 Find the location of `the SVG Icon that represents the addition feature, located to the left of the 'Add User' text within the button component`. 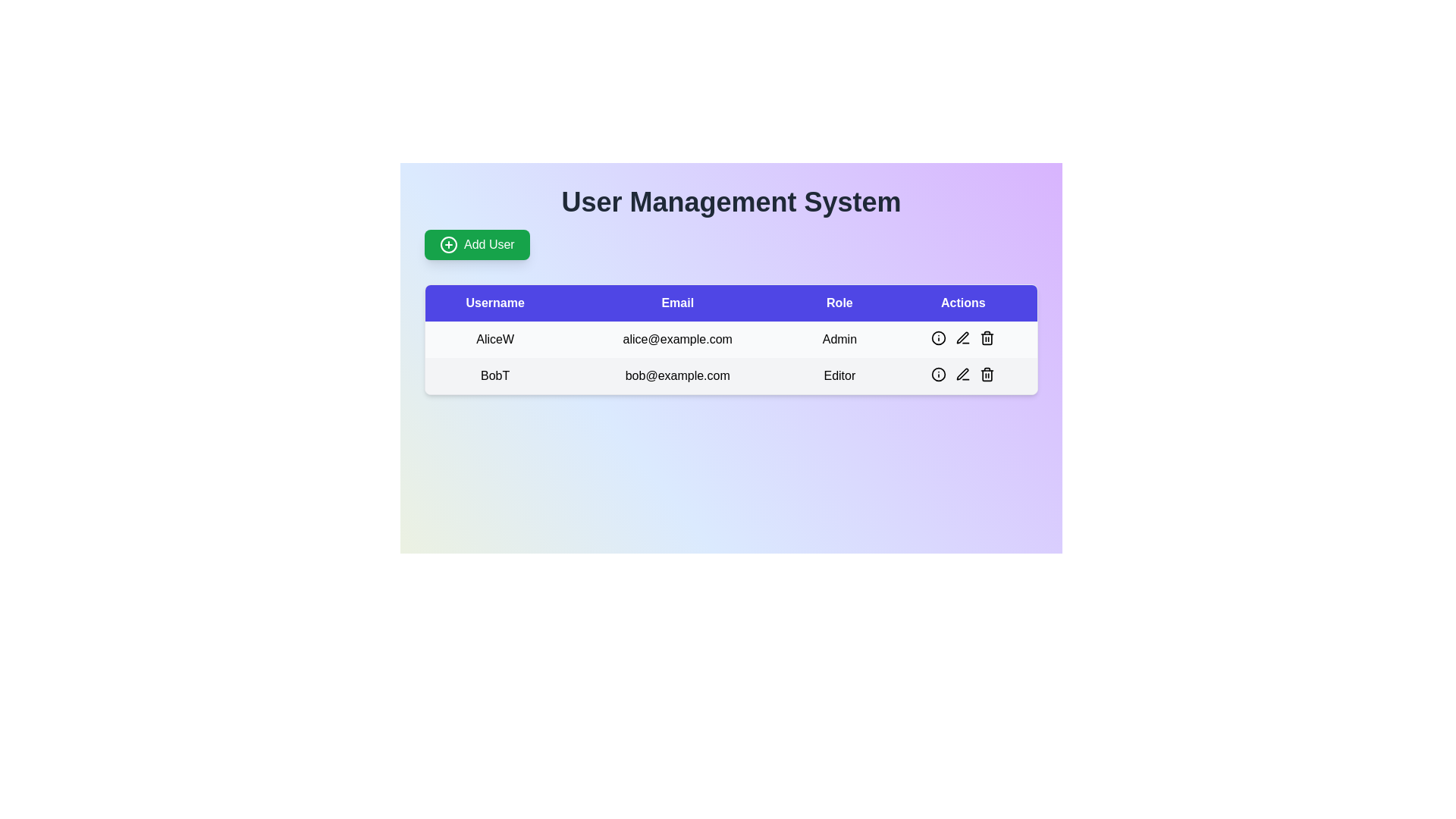

the SVG Icon that represents the addition feature, located to the left of the 'Add User' text within the button component is located at coordinates (447, 244).